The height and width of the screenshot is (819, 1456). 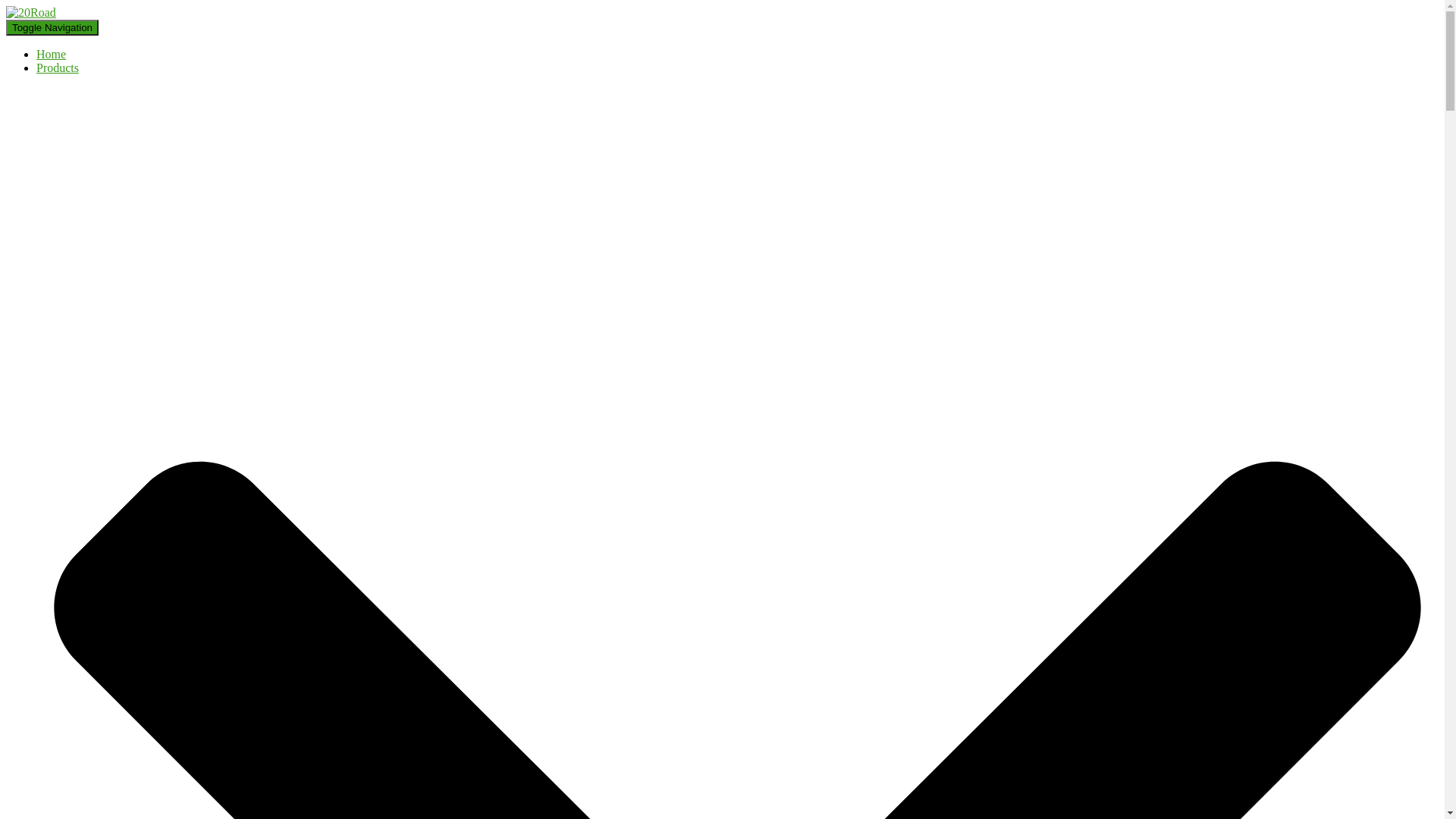 I want to click on '20Road', so click(x=31, y=12).